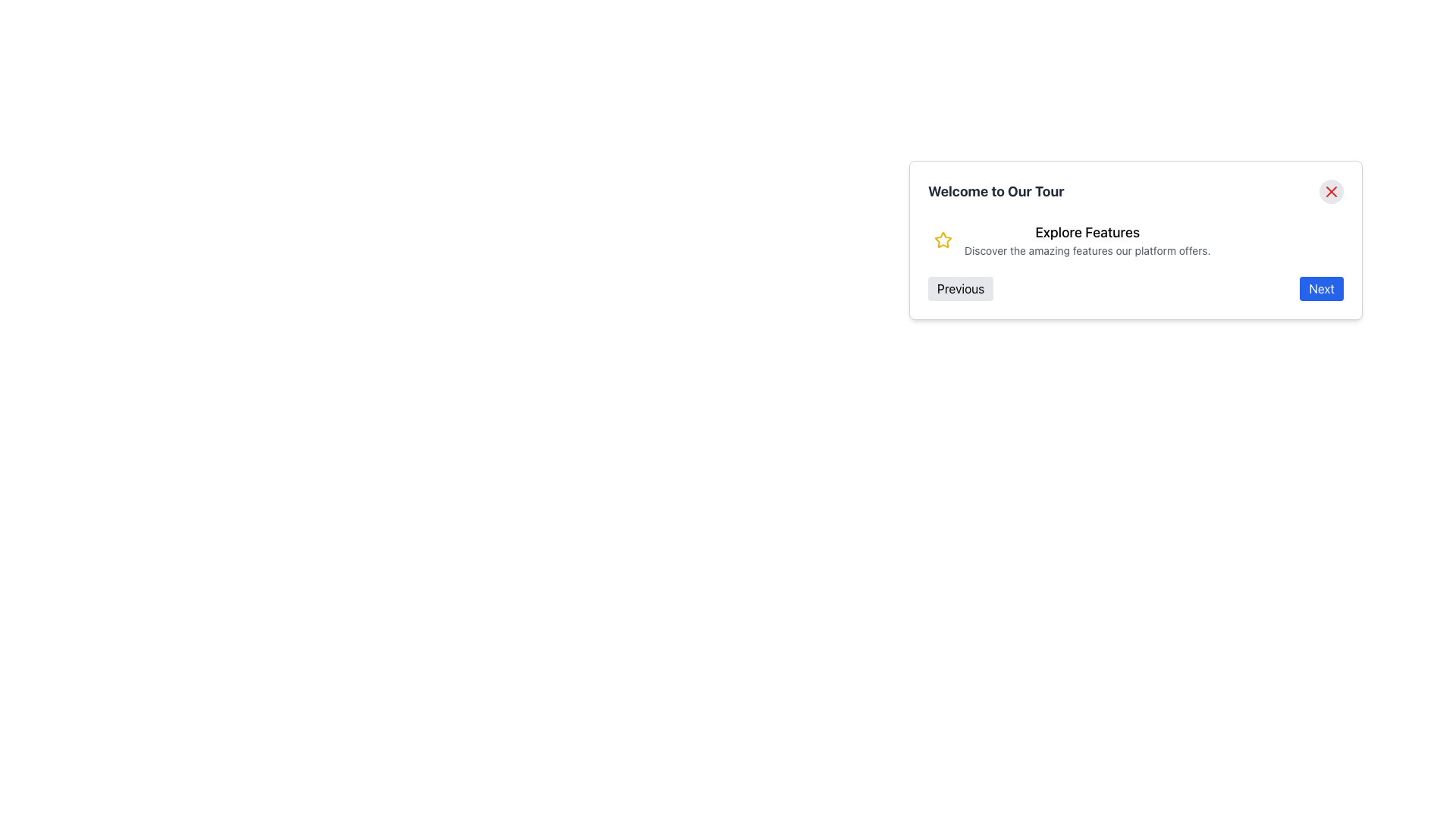 This screenshot has width=1456, height=819. I want to click on the button located in the bottom-right corner of the pop-up UI, so click(1321, 289).